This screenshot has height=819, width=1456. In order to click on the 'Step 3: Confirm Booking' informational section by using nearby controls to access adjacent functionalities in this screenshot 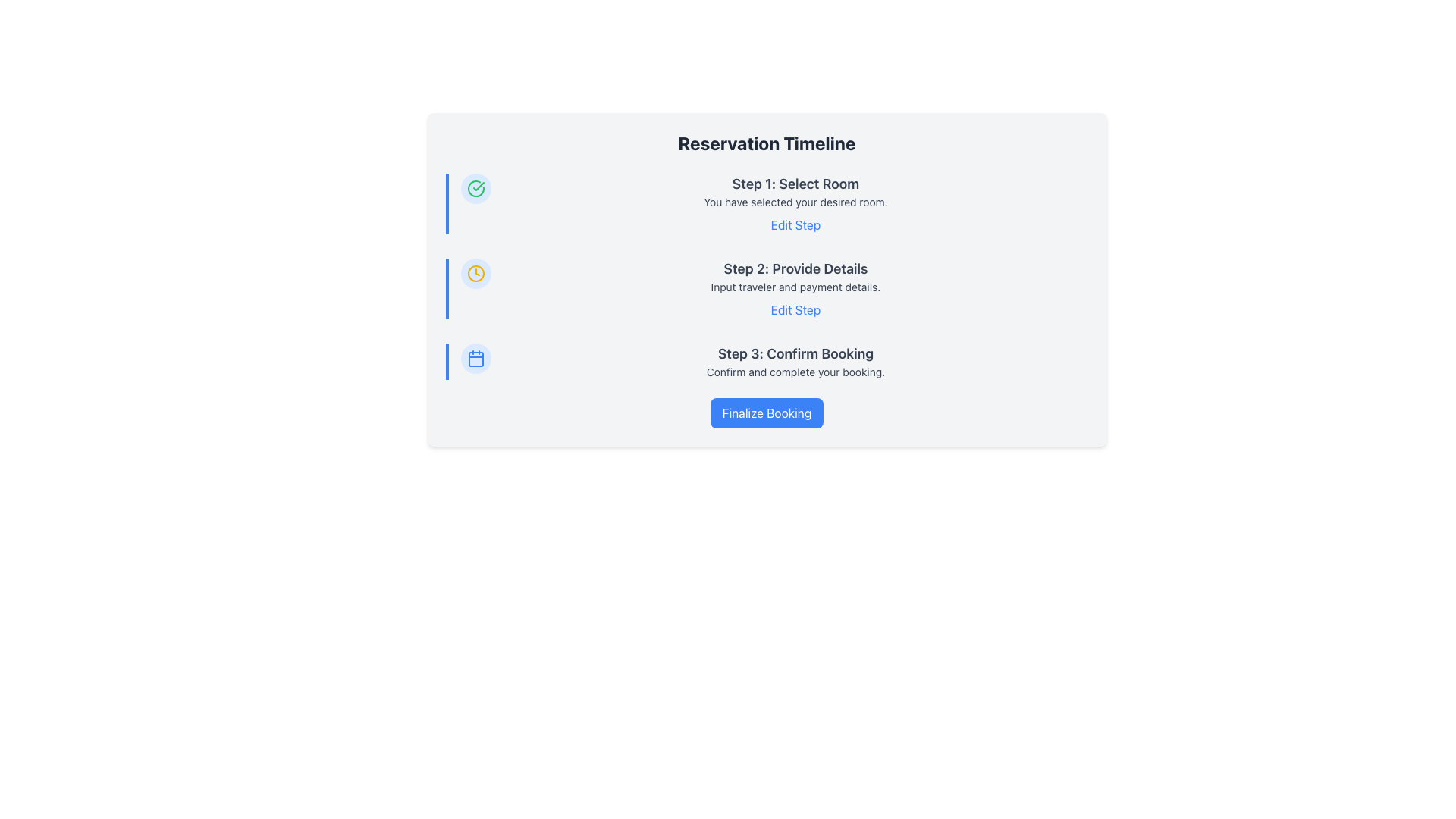, I will do `click(767, 362)`.